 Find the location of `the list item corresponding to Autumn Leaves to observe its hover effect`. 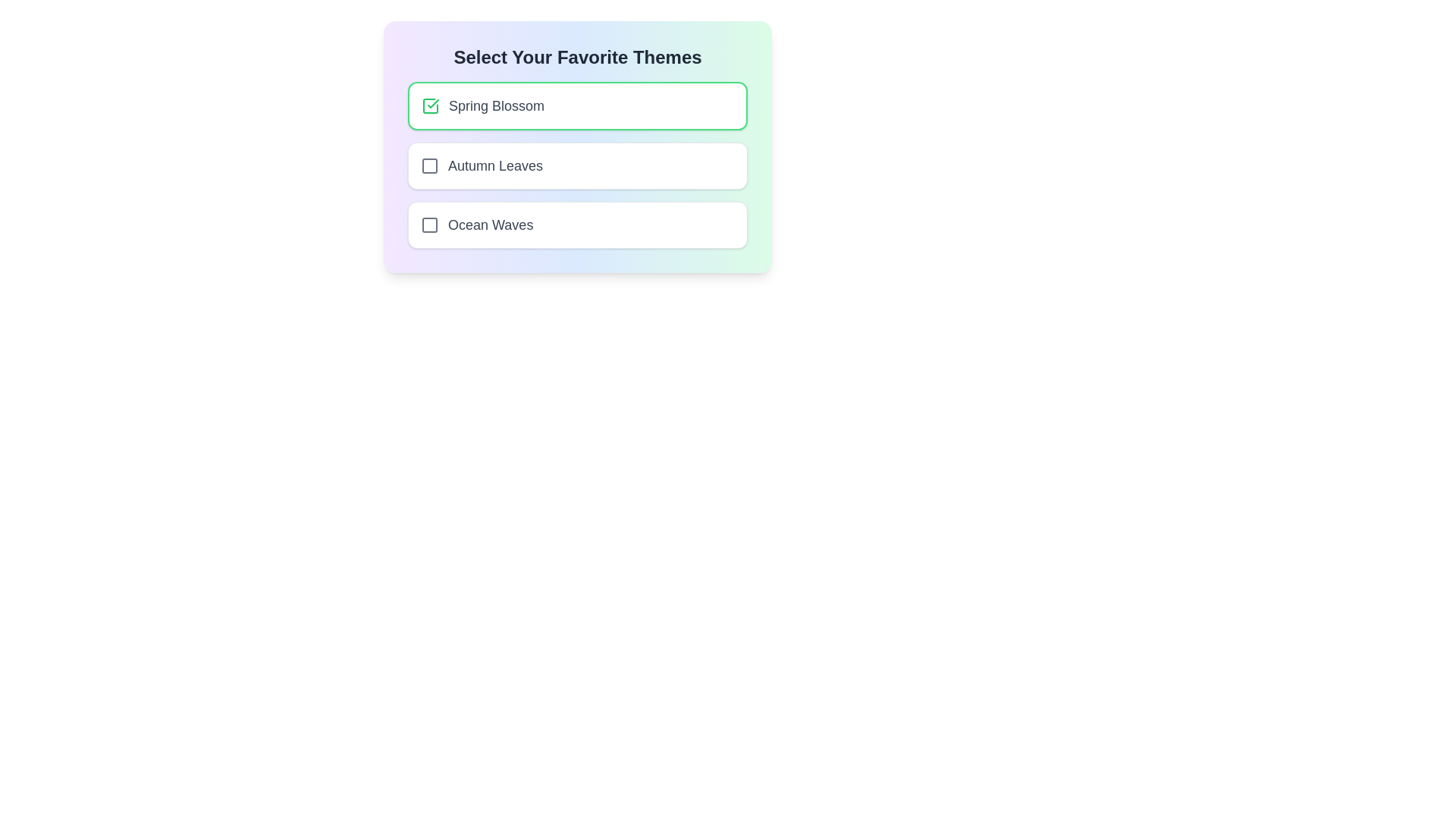

the list item corresponding to Autumn Leaves to observe its hover effect is located at coordinates (577, 166).